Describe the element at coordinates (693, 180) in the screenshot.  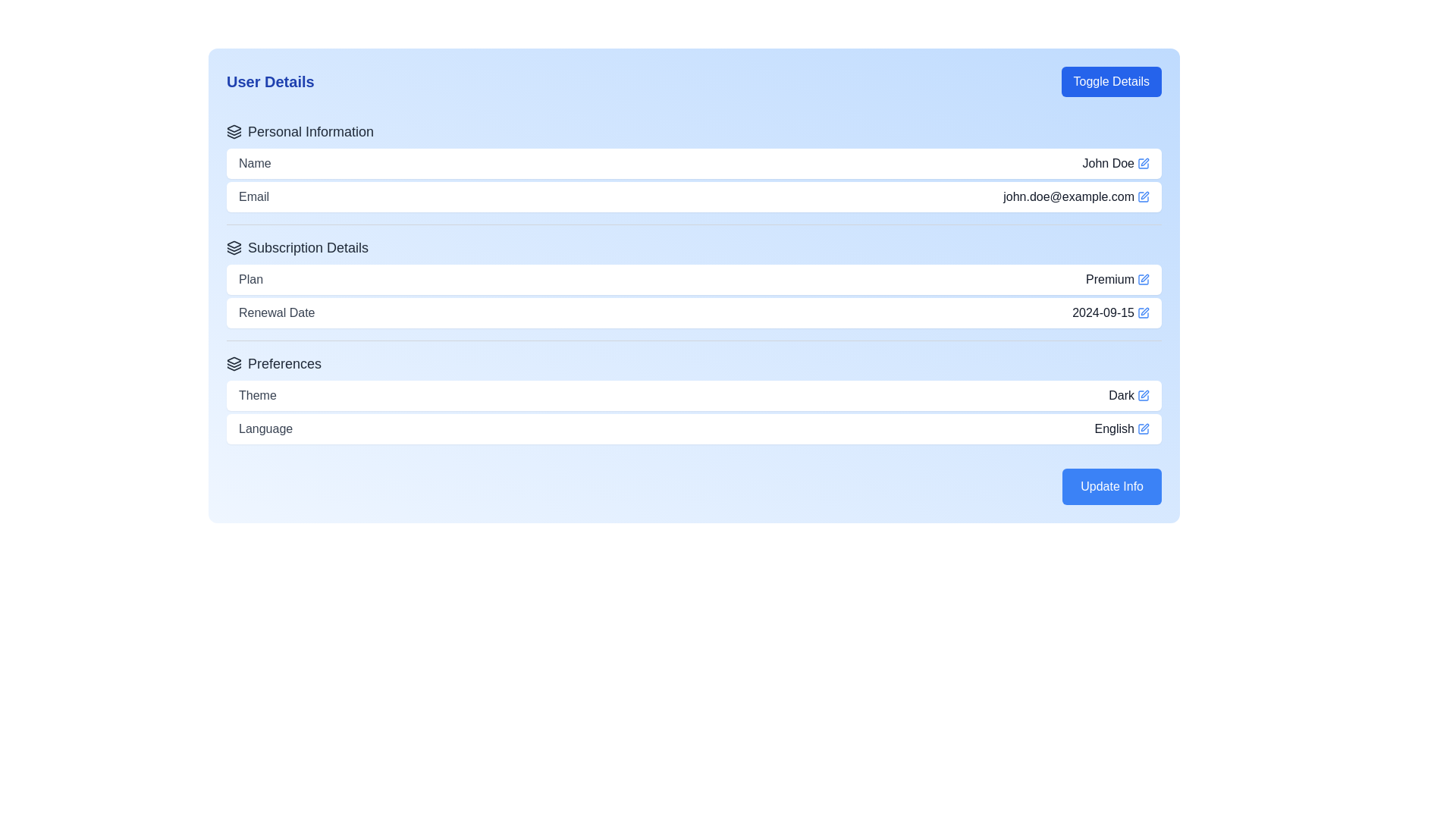
I see `the grouped informational display containing 'Name' and 'Email' fields, located in the 'Personal Information' segment` at that location.